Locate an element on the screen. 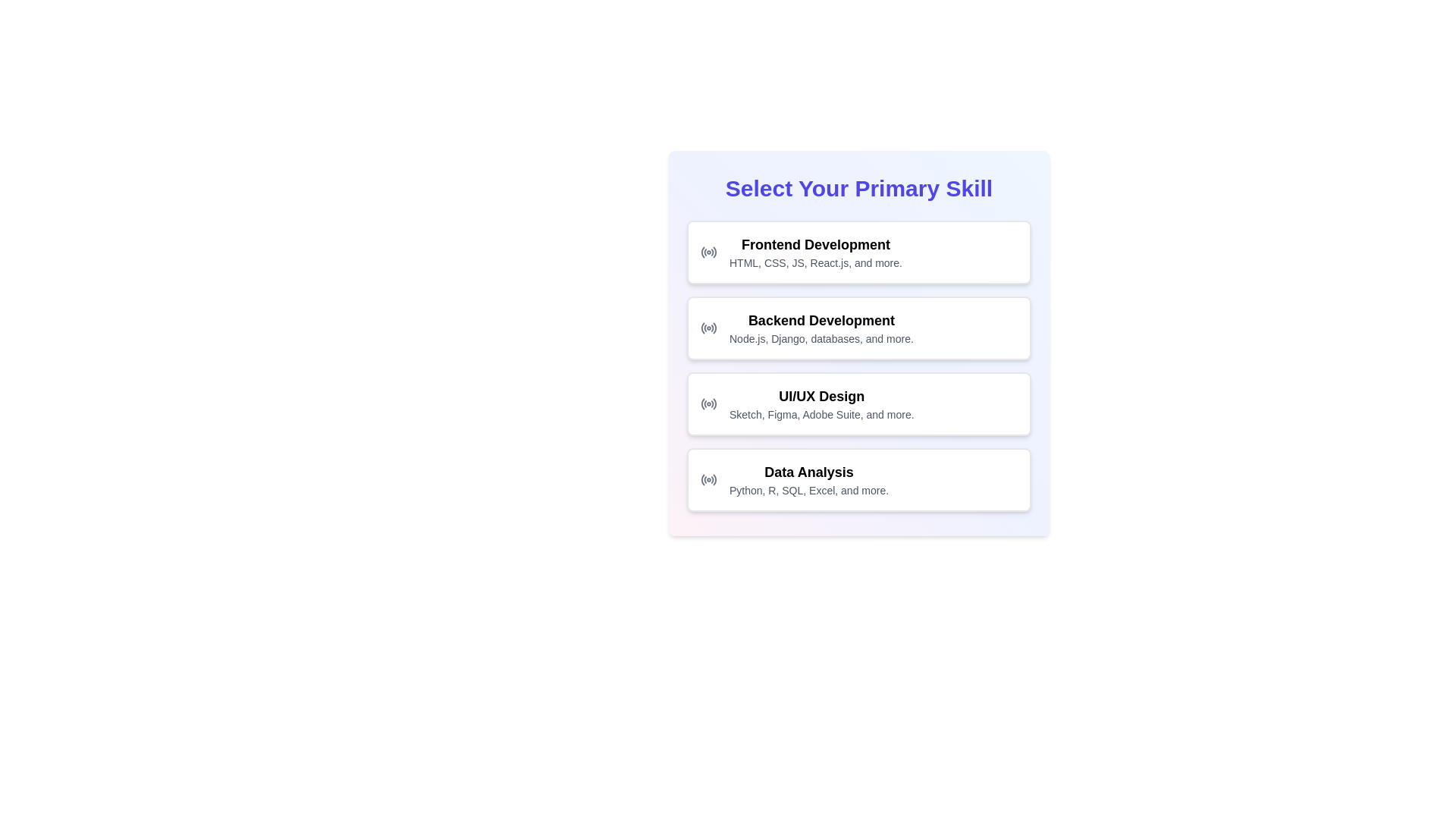  the text component that contains the string 'Node.js, Django, databases, and more.' located directly below the 'Backend Development' title within the second card of a vertical list of cards is located at coordinates (821, 338).